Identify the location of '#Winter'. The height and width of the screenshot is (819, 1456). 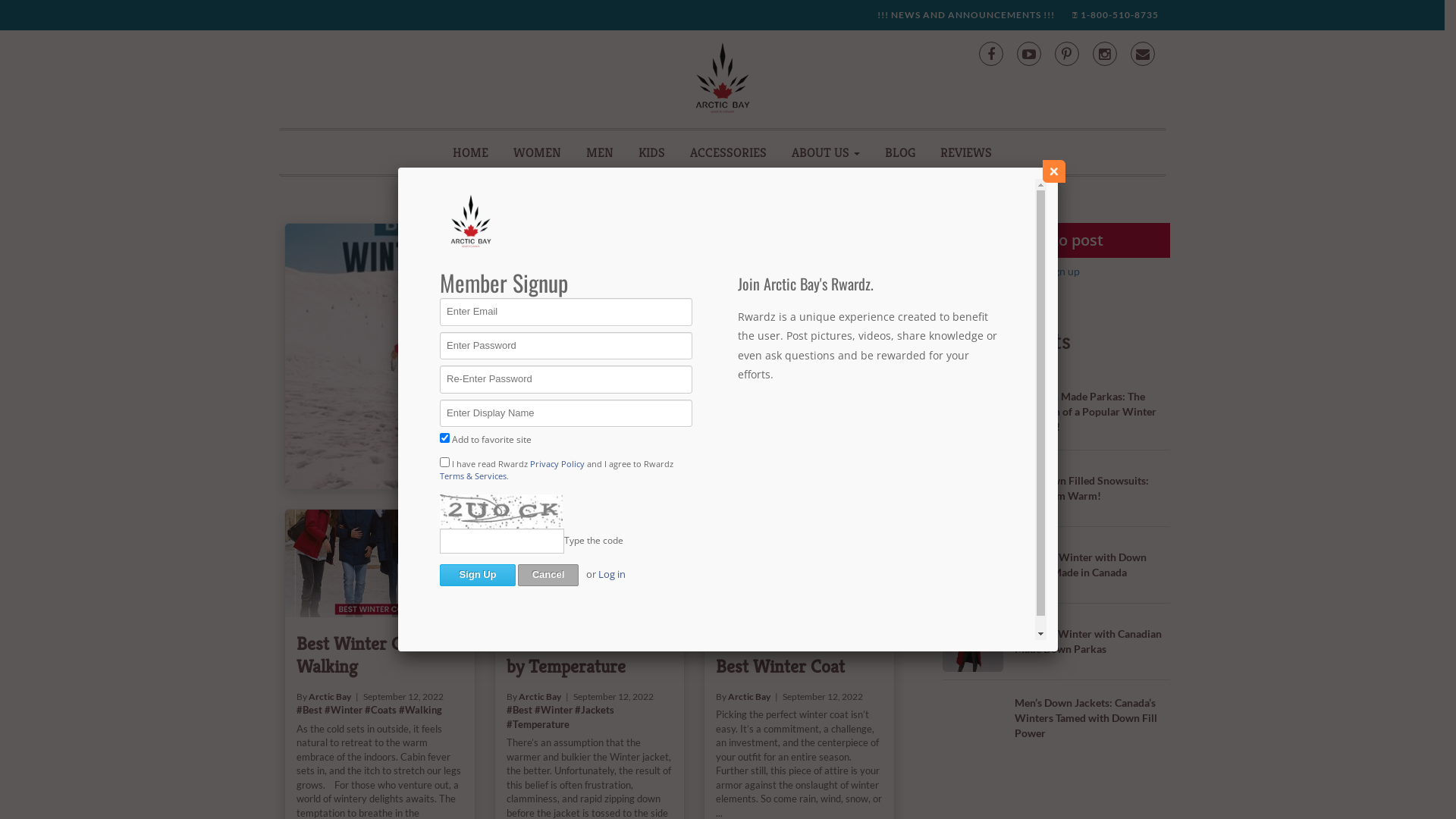
(342, 710).